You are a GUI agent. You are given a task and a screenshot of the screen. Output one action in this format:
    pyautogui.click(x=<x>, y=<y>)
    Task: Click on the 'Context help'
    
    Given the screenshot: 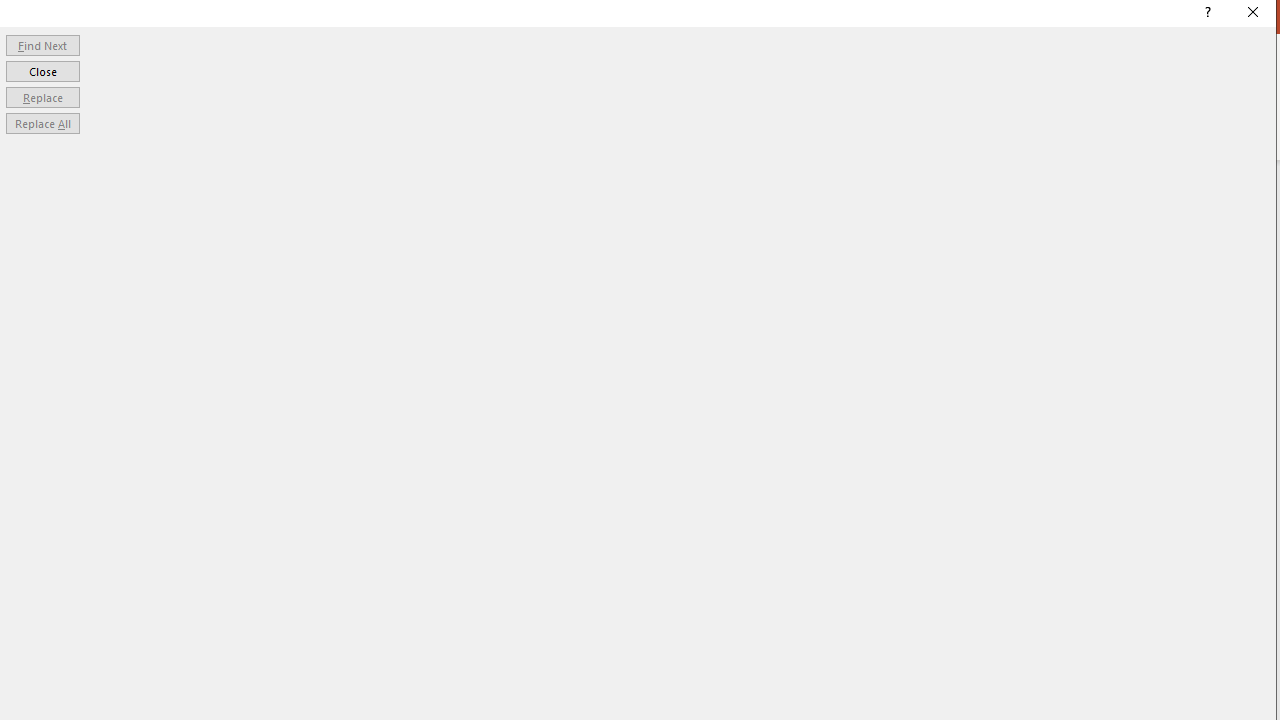 What is the action you would take?
    pyautogui.click(x=1205, y=15)
    